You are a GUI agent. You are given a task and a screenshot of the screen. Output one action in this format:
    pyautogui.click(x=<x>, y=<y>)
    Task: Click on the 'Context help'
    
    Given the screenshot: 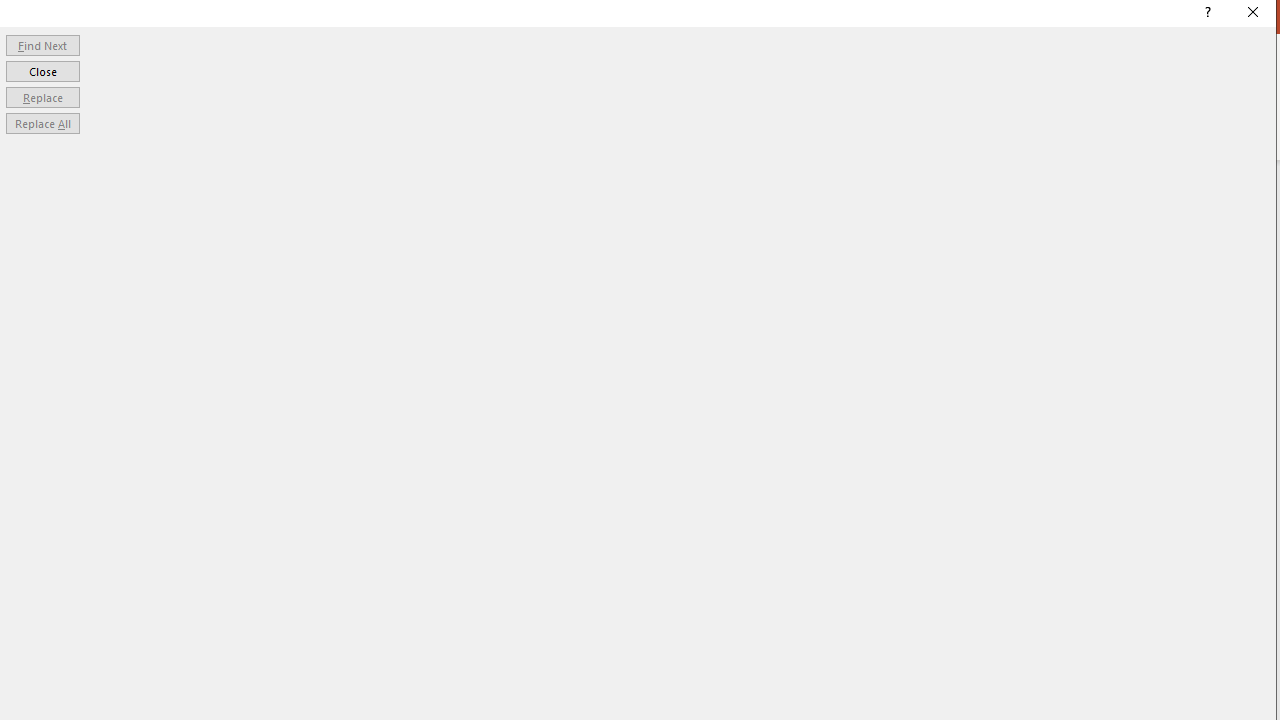 What is the action you would take?
    pyautogui.click(x=1205, y=15)
    